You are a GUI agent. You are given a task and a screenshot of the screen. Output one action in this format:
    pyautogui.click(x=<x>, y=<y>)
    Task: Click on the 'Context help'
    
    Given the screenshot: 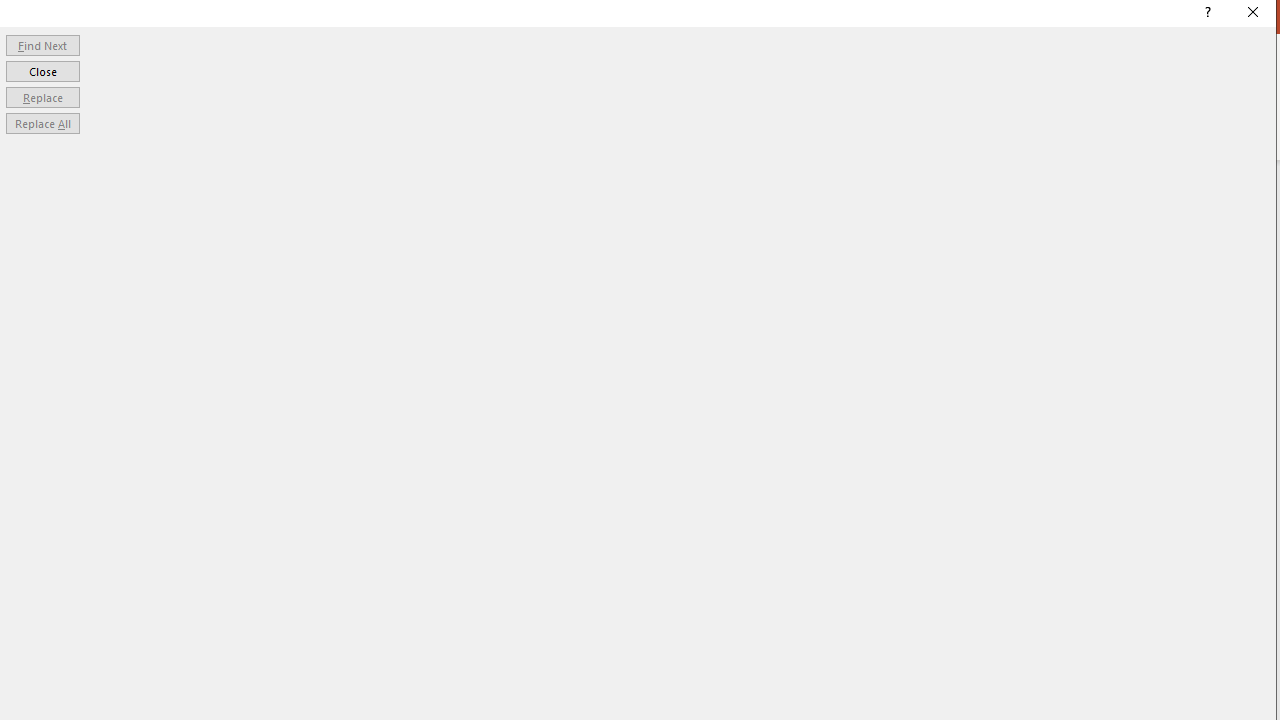 What is the action you would take?
    pyautogui.click(x=1205, y=15)
    